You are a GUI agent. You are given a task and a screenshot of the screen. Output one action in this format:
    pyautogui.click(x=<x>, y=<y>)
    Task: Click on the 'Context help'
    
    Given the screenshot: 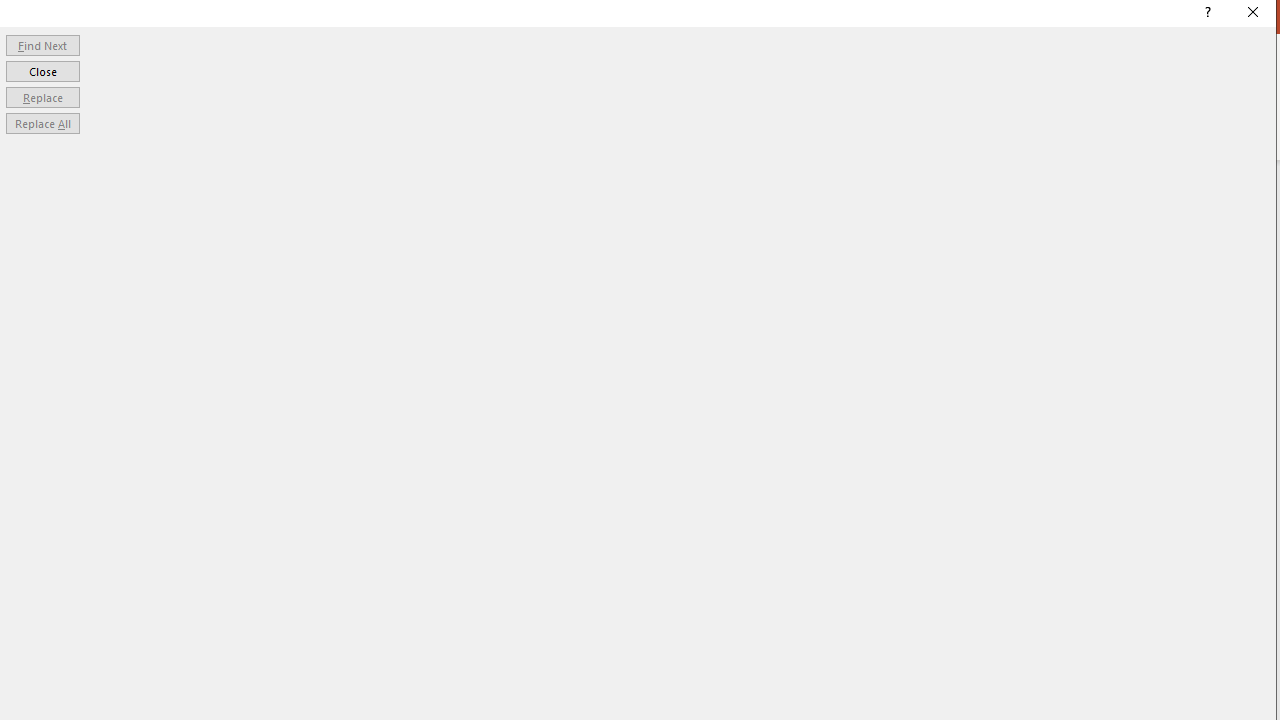 What is the action you would take?
    pyautogui.click(x=1205, y=15)
    